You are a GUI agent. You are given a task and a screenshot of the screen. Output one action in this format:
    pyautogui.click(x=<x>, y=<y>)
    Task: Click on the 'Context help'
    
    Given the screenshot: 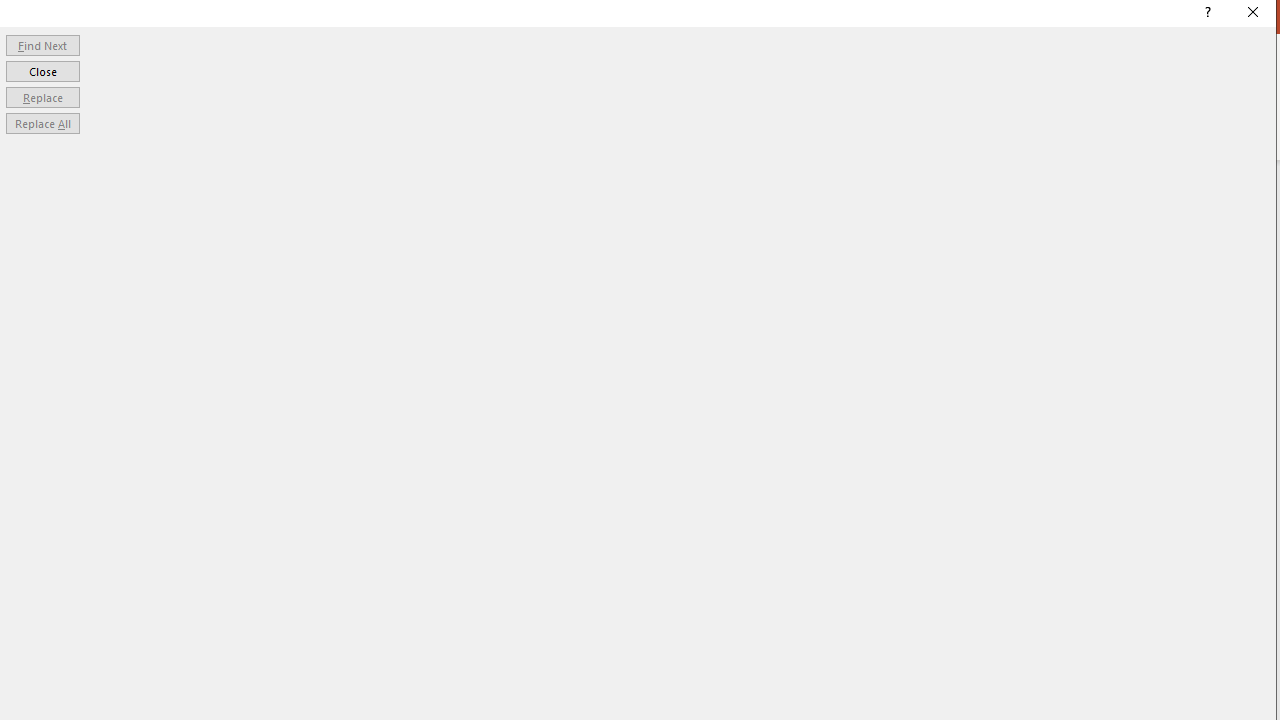 What is the action you would take?
    pyautogui.click(x=1205, y=15)
    